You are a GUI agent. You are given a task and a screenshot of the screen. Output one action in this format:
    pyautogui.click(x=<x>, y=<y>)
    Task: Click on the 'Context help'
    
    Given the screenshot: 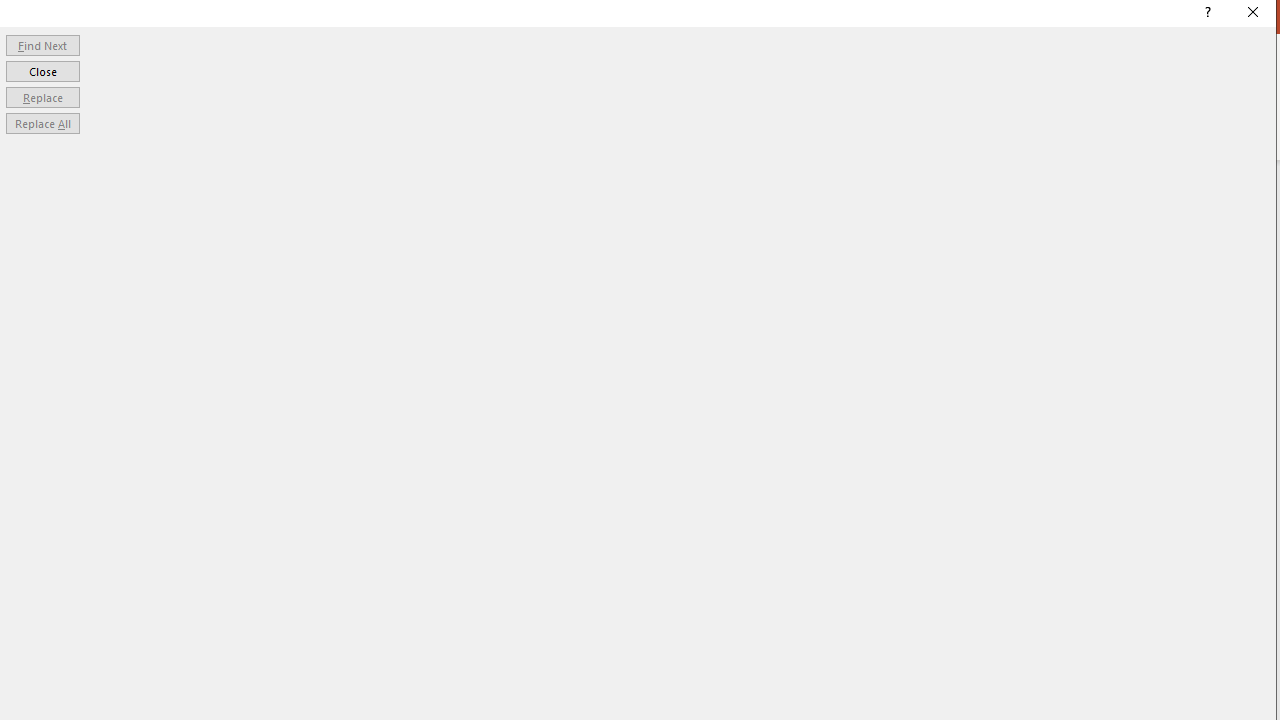 What is the action you would take?
    pyautogui.click(x=1205, y=15)
    